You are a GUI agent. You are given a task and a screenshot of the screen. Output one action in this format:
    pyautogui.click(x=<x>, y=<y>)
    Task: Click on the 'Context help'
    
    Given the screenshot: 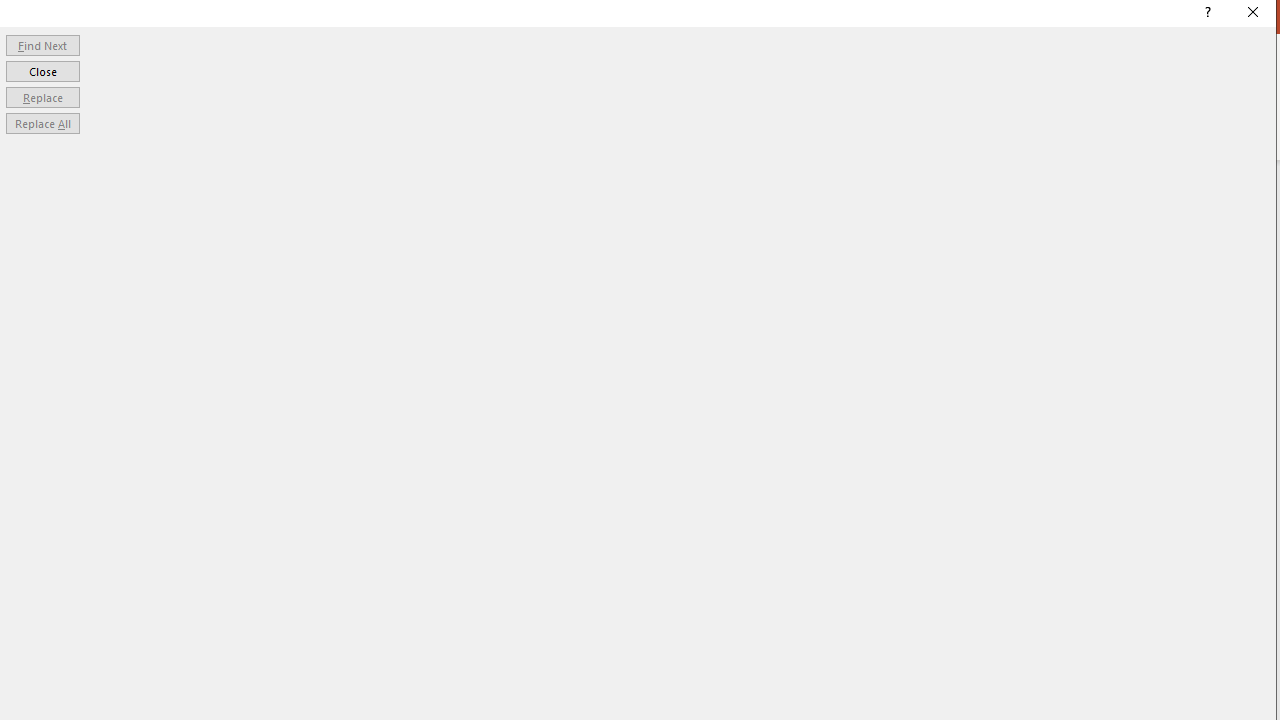 What is the action you would take?
    pyautogui.click(x=1205, y=15)
    